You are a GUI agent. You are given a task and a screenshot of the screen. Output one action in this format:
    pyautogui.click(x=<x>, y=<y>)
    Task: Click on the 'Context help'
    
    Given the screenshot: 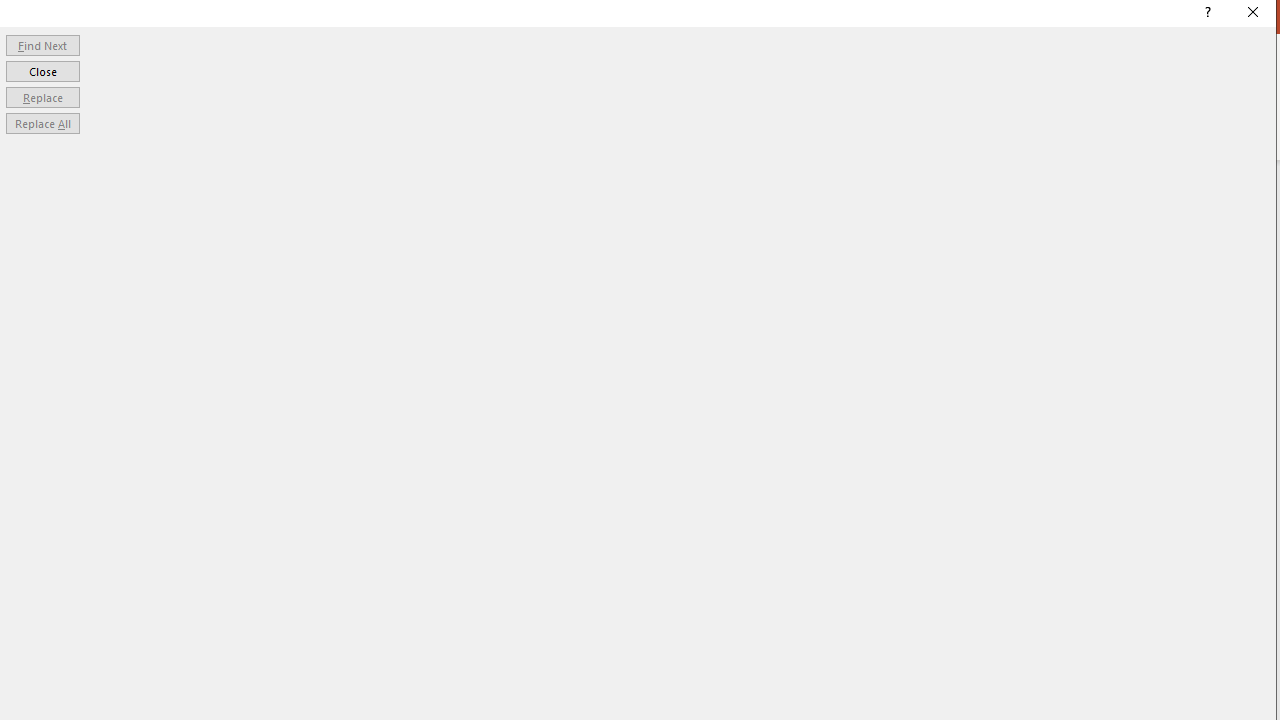 What is the action you would take?
    pyautogui.click(x=1205, y=15)
    